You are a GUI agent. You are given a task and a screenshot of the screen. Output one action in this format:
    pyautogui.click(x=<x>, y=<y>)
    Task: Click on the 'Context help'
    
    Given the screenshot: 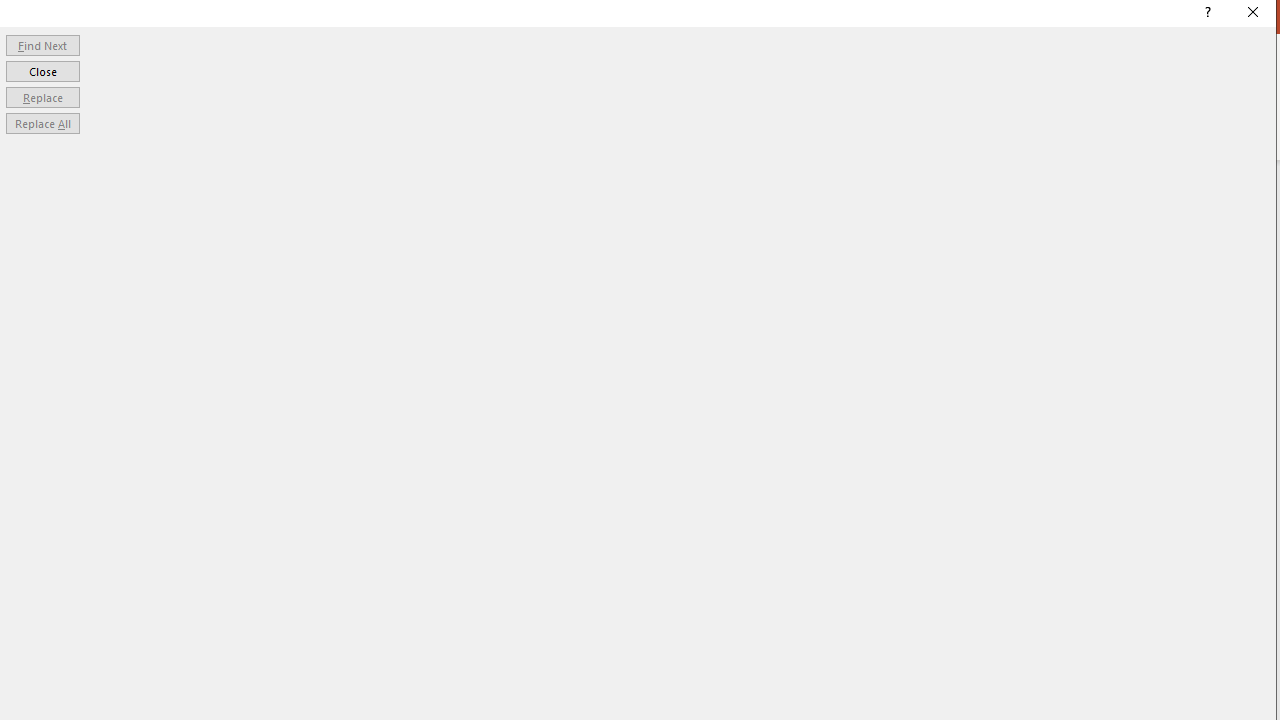 What is the action you would take?
    pyautogui.click(x=1205, y=15)
    